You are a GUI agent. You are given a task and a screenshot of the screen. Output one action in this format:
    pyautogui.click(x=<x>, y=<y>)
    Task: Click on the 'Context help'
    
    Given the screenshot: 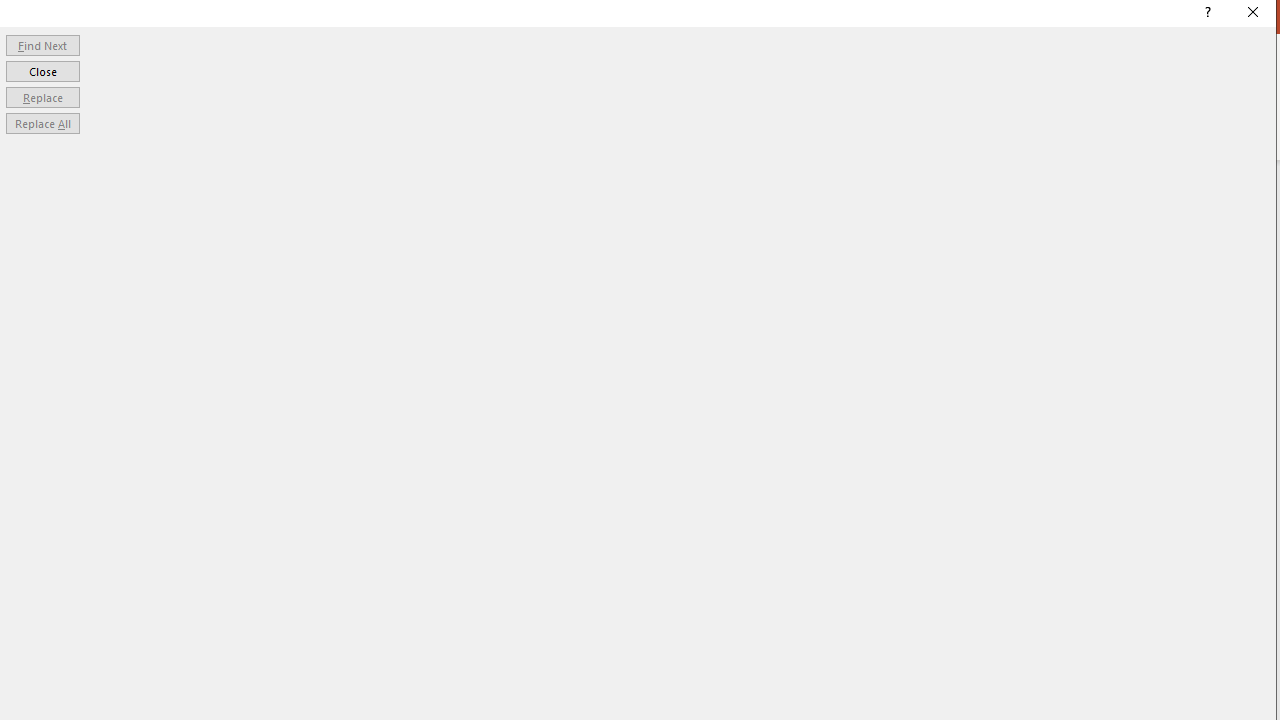 What is the action you would take?
    pyautogui.click(x=1205, y=15)
    